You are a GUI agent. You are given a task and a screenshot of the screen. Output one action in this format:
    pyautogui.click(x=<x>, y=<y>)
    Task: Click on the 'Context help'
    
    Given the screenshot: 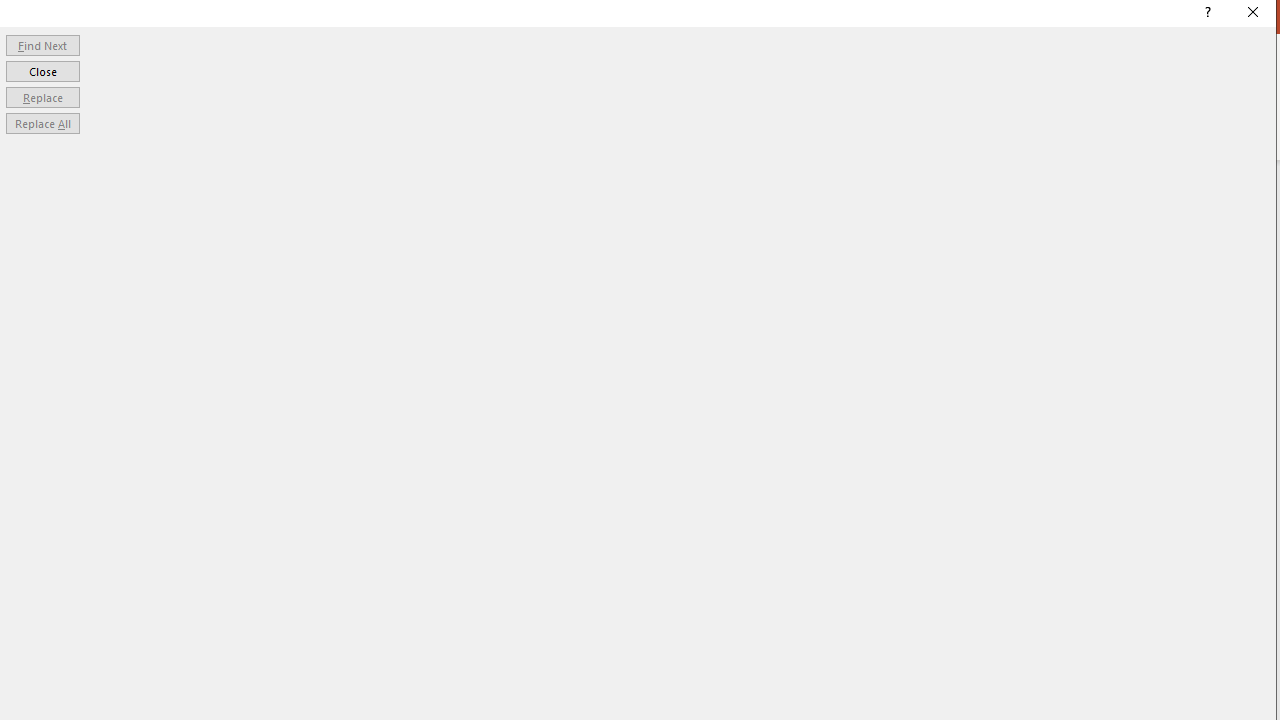 What is the action you would take?
    pyautogui.click(x=1205, y=15)
    